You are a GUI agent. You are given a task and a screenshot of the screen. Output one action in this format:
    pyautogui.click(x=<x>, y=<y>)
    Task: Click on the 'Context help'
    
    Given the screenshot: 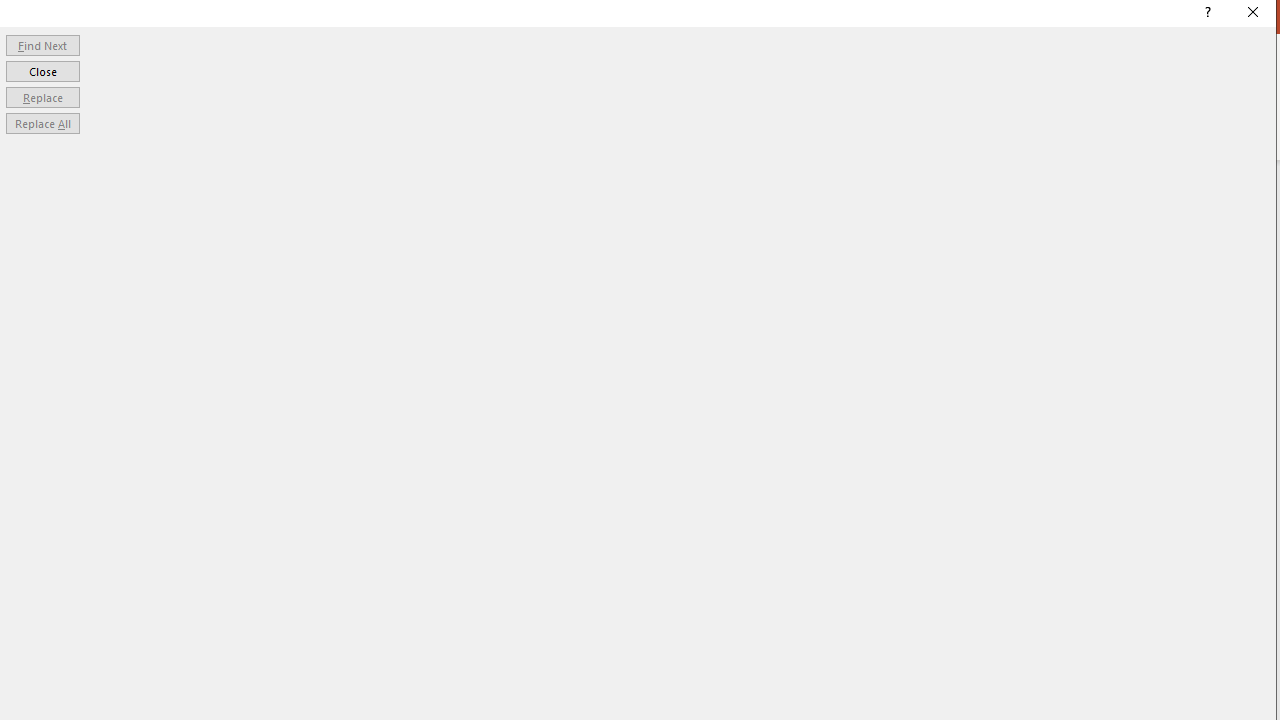 What is the action you would take?
    pyautogui.click(x=1205, y=15)
    